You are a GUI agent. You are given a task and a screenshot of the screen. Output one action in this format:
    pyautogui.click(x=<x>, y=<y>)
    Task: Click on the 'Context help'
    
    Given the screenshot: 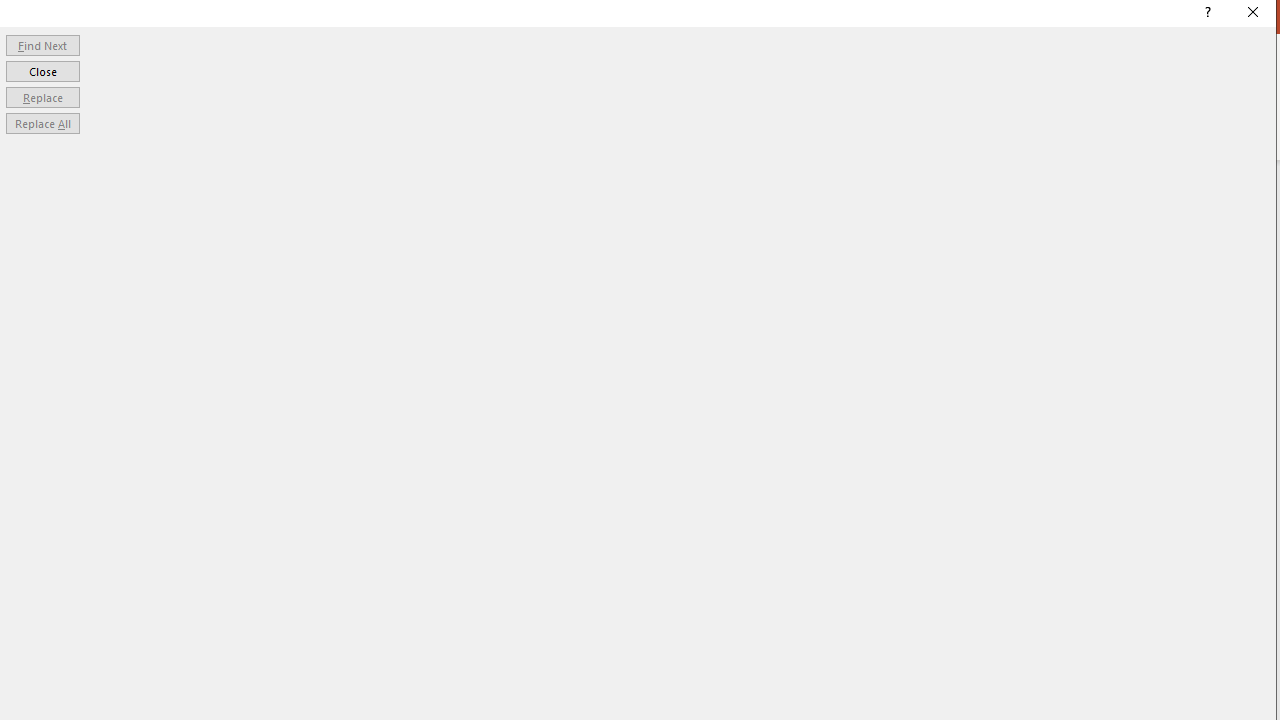 What is the action you would take?
    pyautogui.click(x=1205, y=15)
    